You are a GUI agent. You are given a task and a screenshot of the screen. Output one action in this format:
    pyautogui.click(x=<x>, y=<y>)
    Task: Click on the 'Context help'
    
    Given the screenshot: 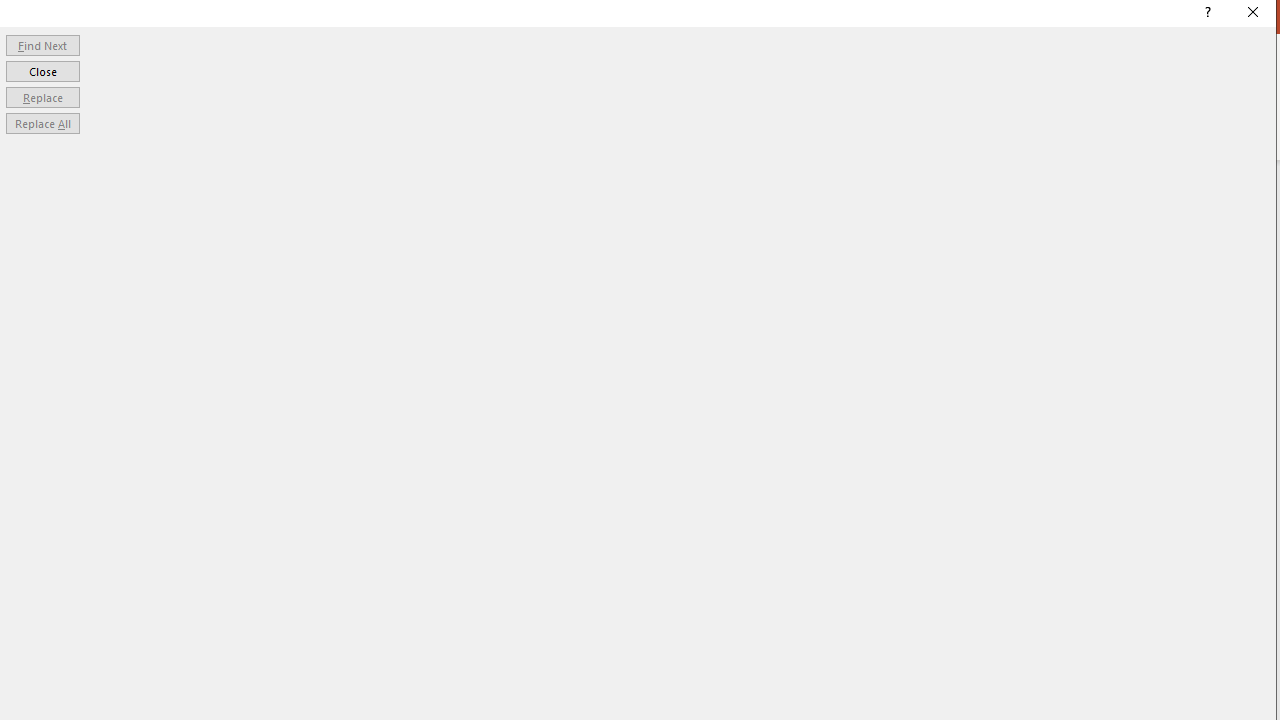 What is the action you would take?
    pyautogui.click(x=1205, y=15)
    